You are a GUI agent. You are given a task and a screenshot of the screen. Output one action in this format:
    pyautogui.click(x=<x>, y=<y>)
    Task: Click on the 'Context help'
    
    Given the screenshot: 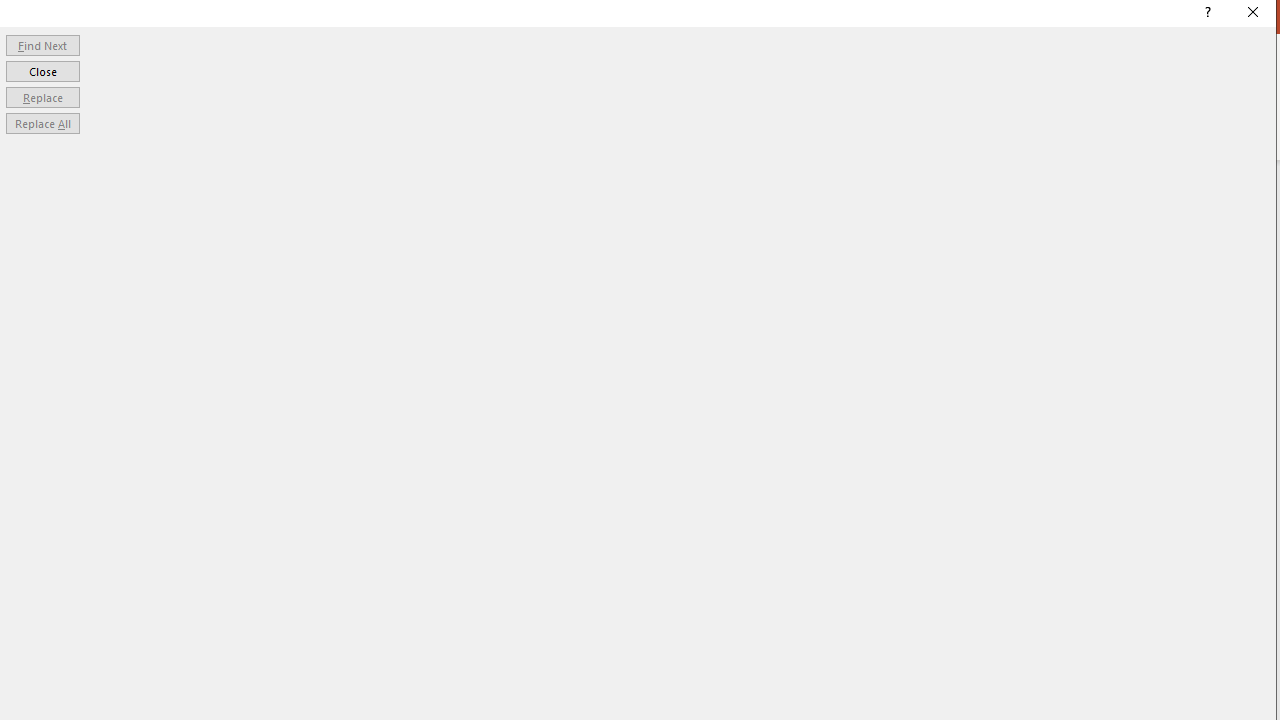 What is the action you would take?
    pyautogui.click(x=1205, y=15)
    